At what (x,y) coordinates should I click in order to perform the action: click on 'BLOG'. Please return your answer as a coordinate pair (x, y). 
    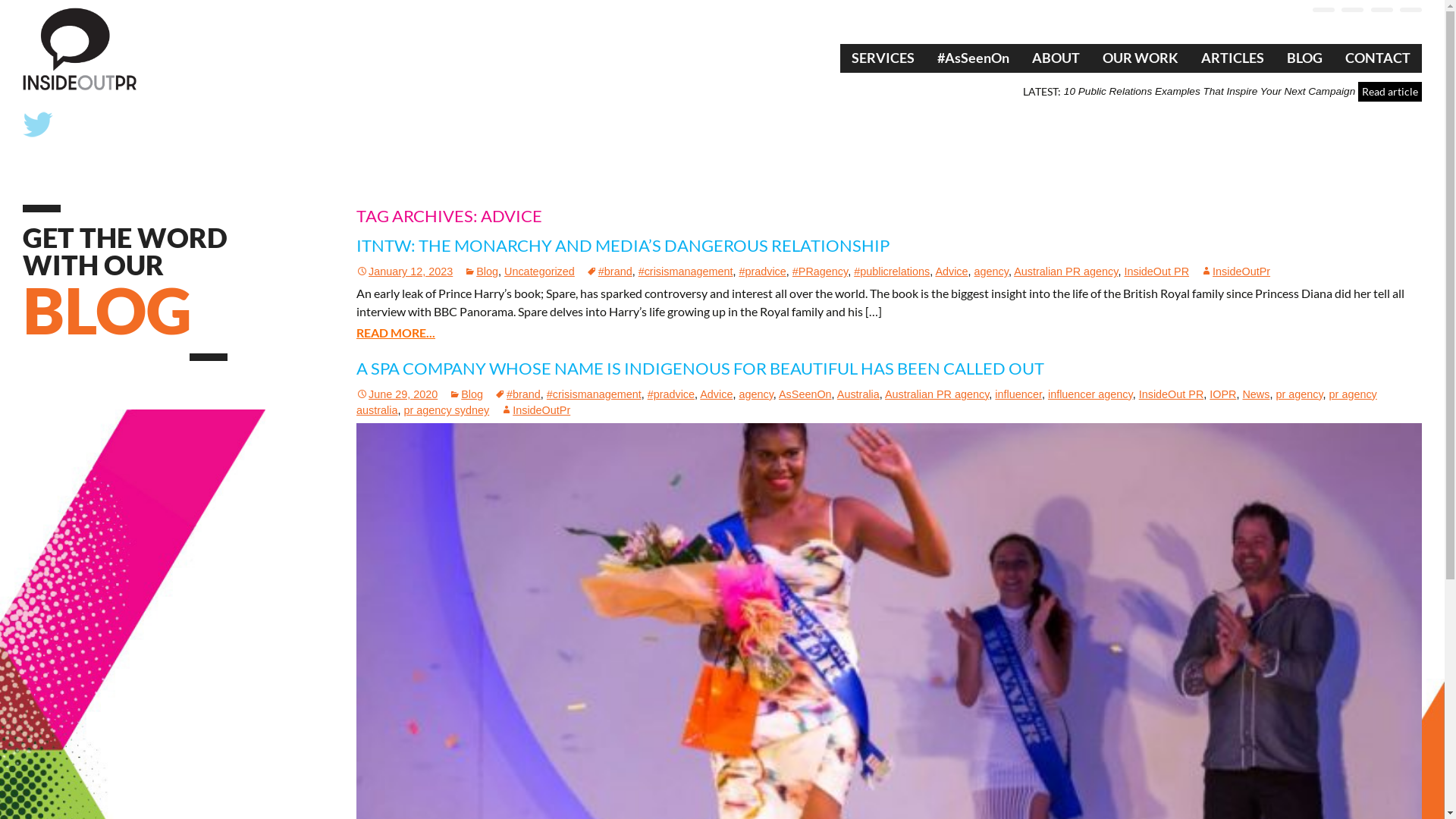
    Looking at the image, I should click on (1304, 58).